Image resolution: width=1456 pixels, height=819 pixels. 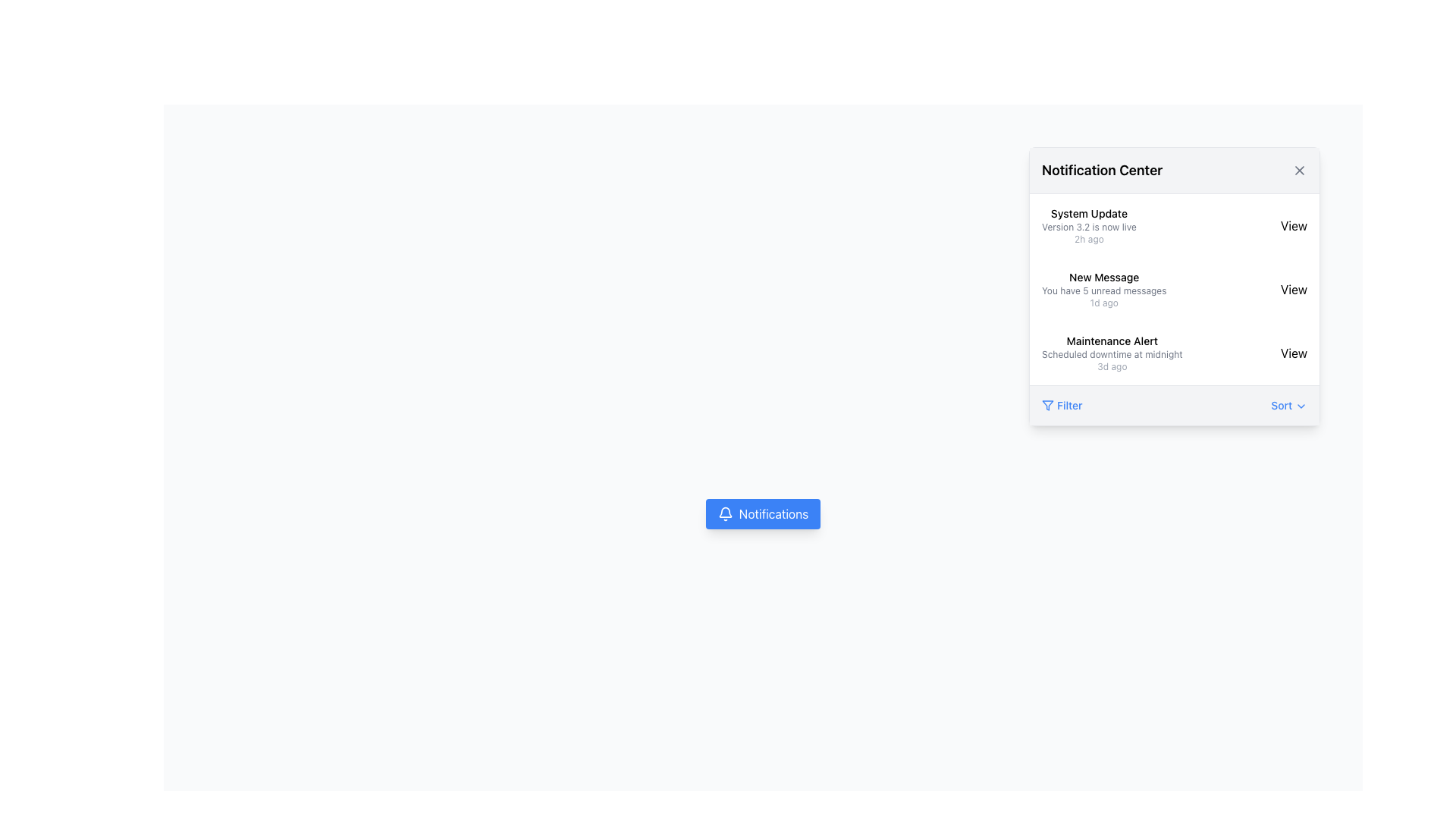 I want to click on the diagonal line of the 'X' icon within the SVG graphic located in the top-right corner of the notification panel, so click(x=1298, y=170).